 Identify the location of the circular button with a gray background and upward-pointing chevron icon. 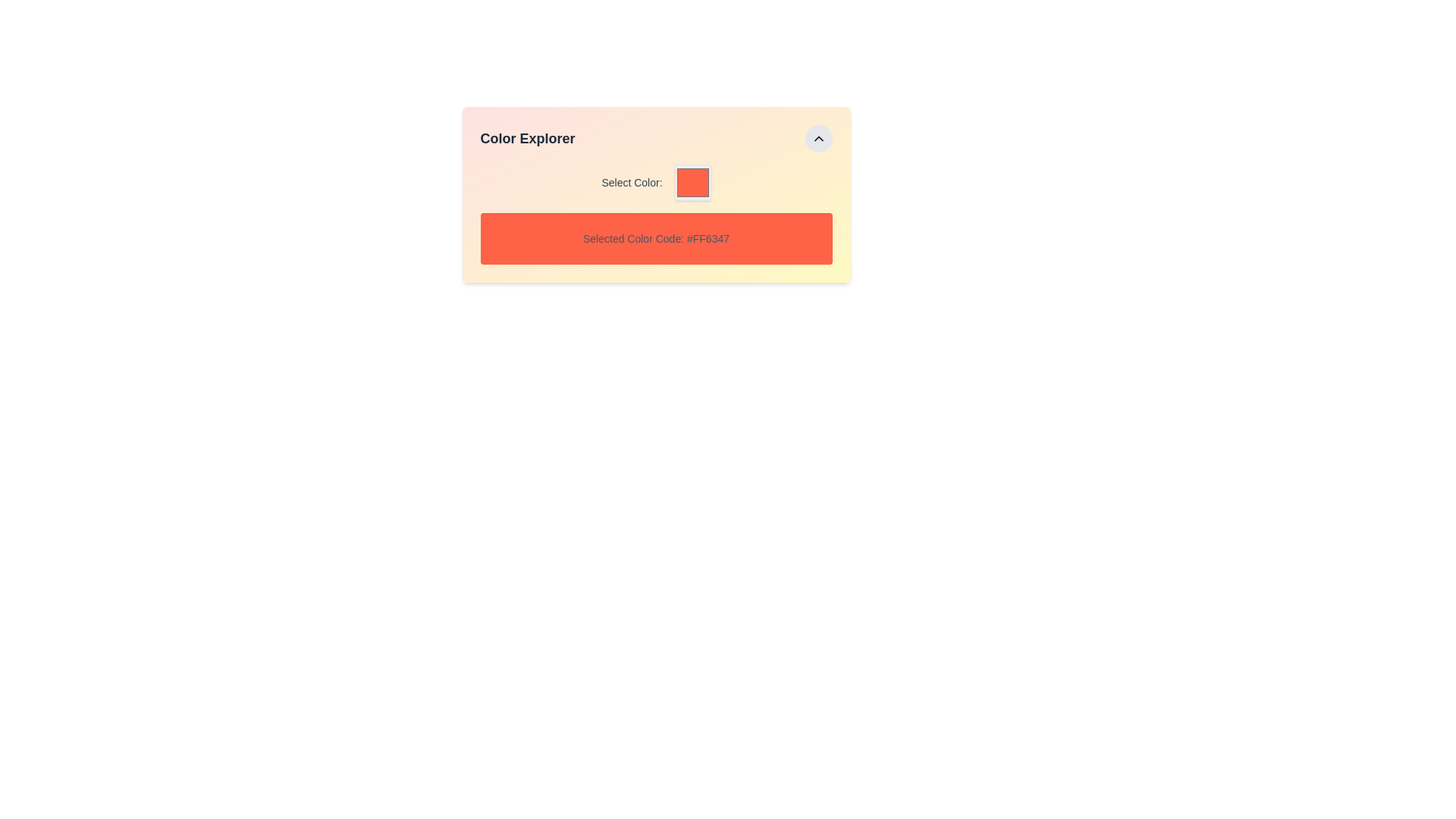
(817, 138).